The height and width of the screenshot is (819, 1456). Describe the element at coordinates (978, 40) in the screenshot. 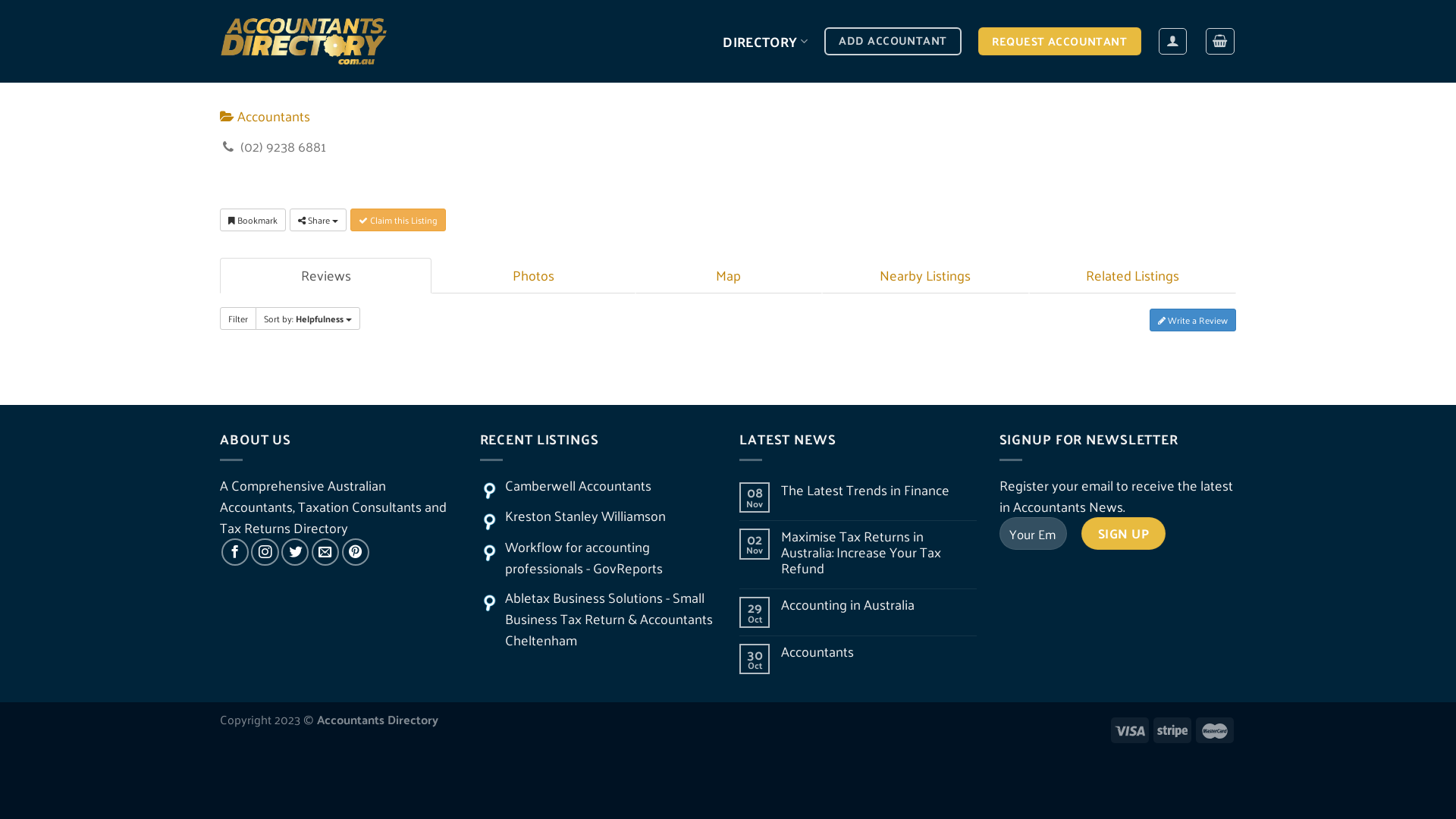

I see `'REQUEST ACCOUNTANT'` at that location.